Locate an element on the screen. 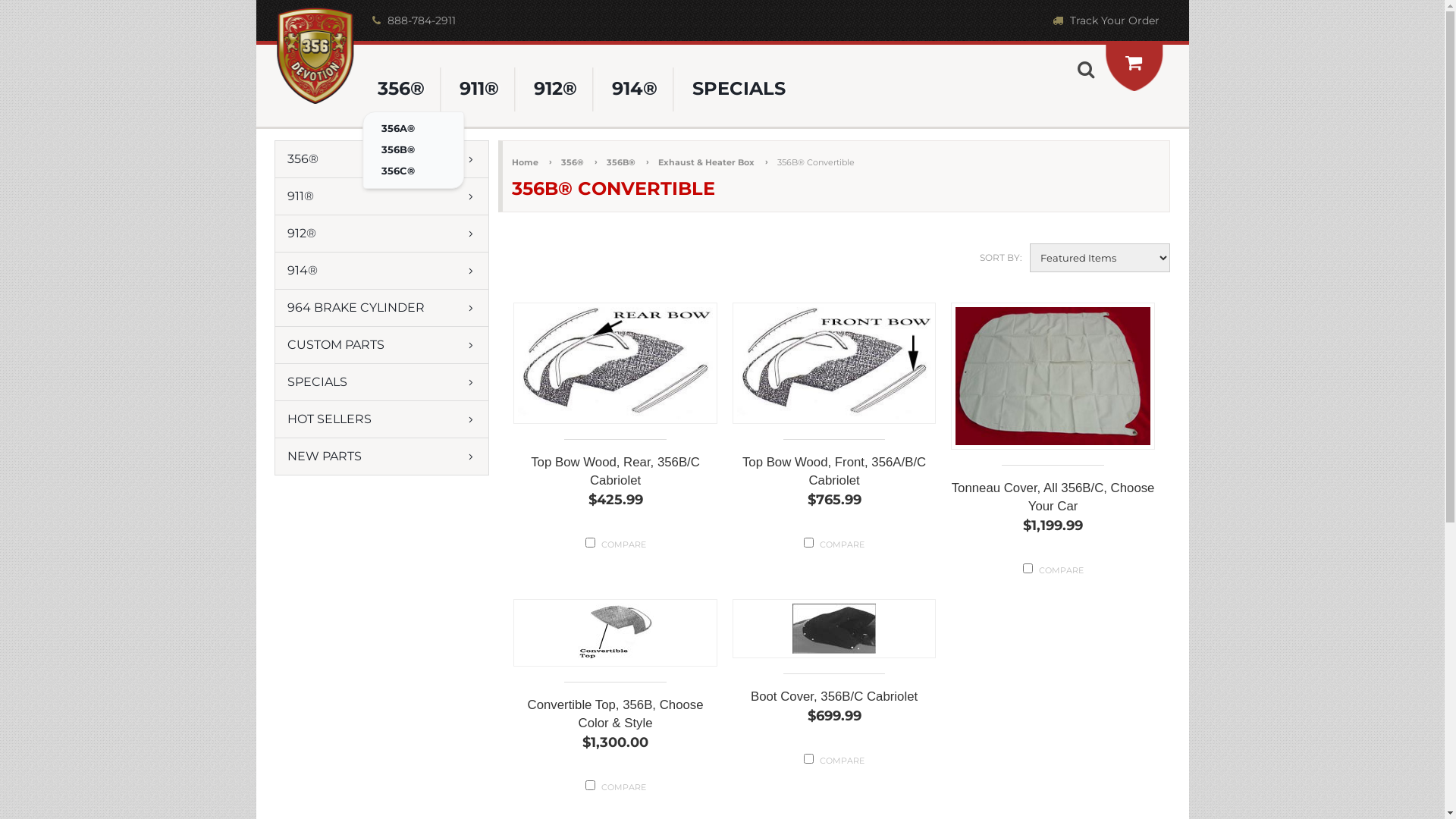 The height and width of the screenshot is (819, 1456). 'Convertible Top, 356B, Choose Color & Style' is located at coordinates (615, 707).